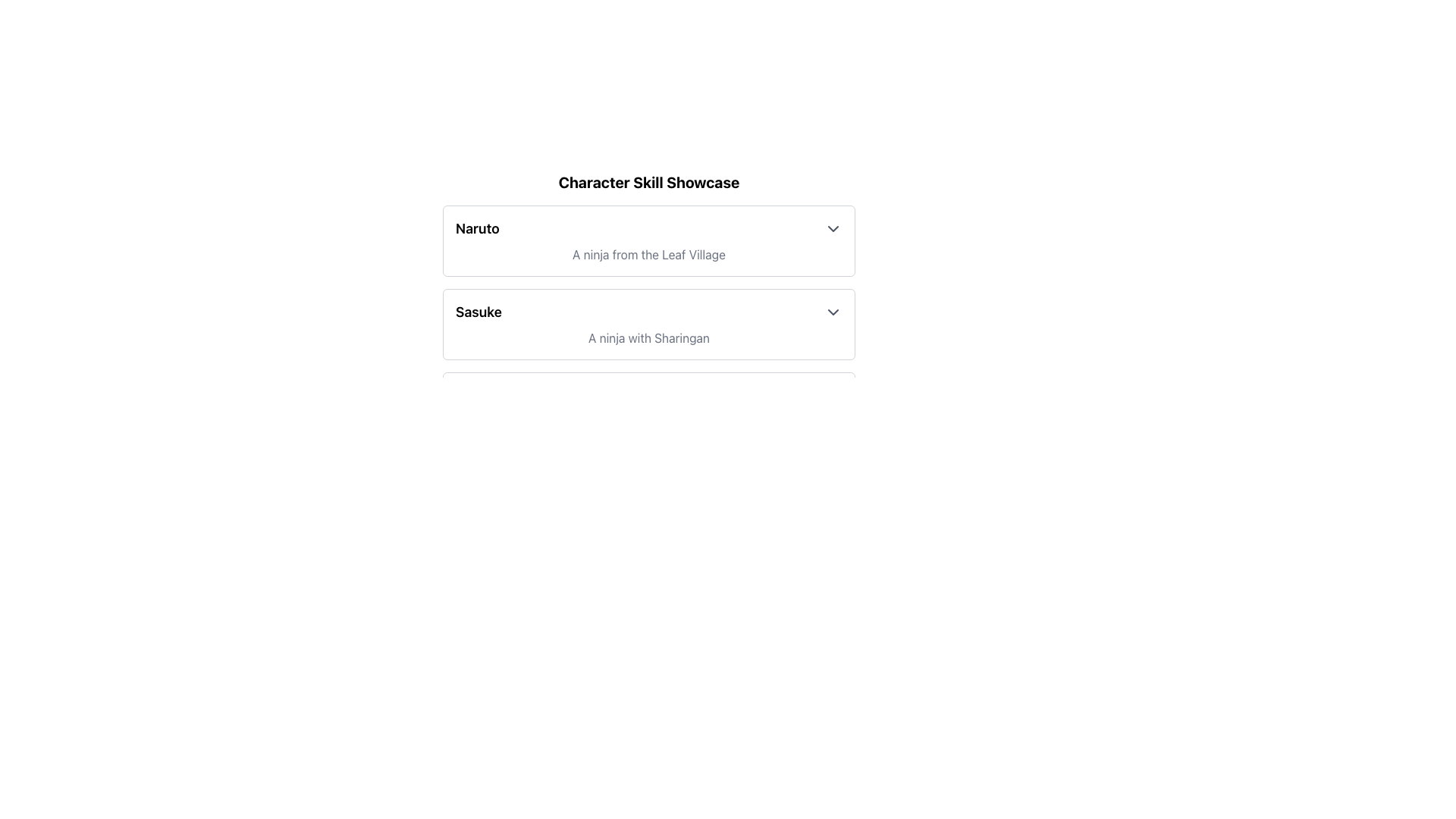 The width and height of the screenshot is (1456, 819). What do you see at coordinates (648, 312) in the screenshot?
I see `the dropdown header for the character 'Sasuke' to enable keyboard navigation` at bounding box center [648, 312].